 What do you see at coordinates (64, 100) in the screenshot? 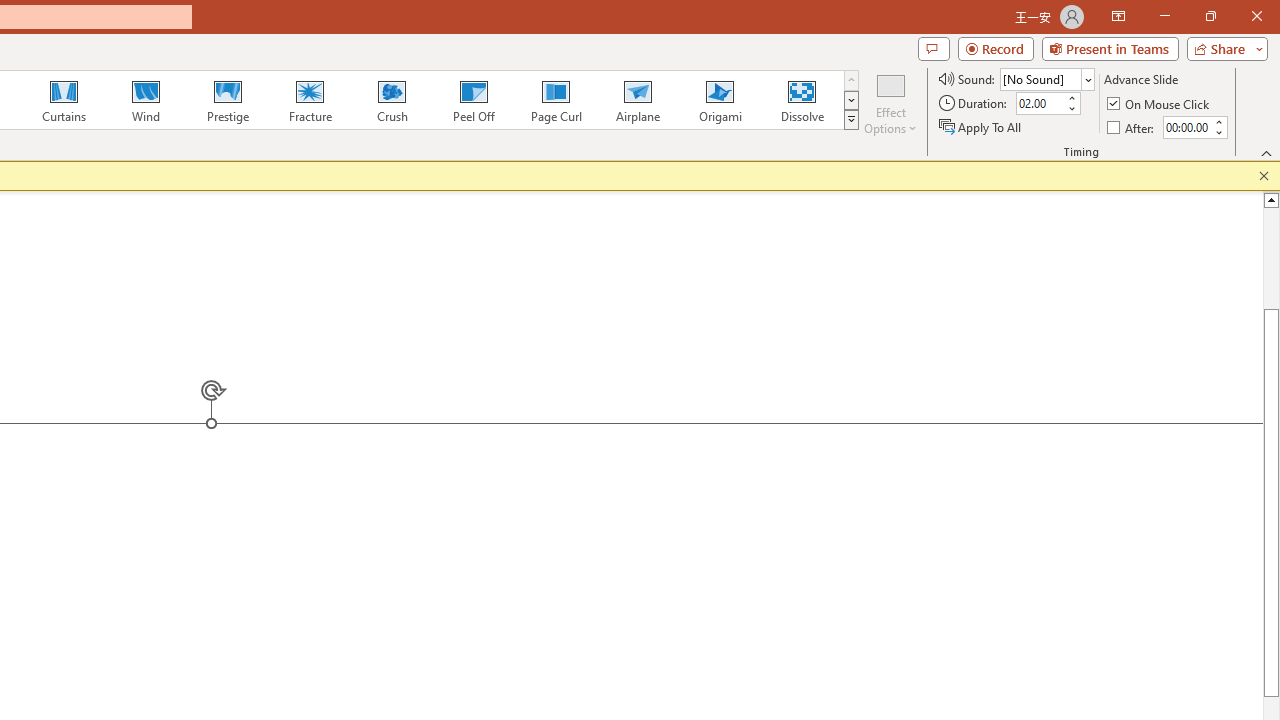
I see `'Curtains'` at bounding box center [64, 100].